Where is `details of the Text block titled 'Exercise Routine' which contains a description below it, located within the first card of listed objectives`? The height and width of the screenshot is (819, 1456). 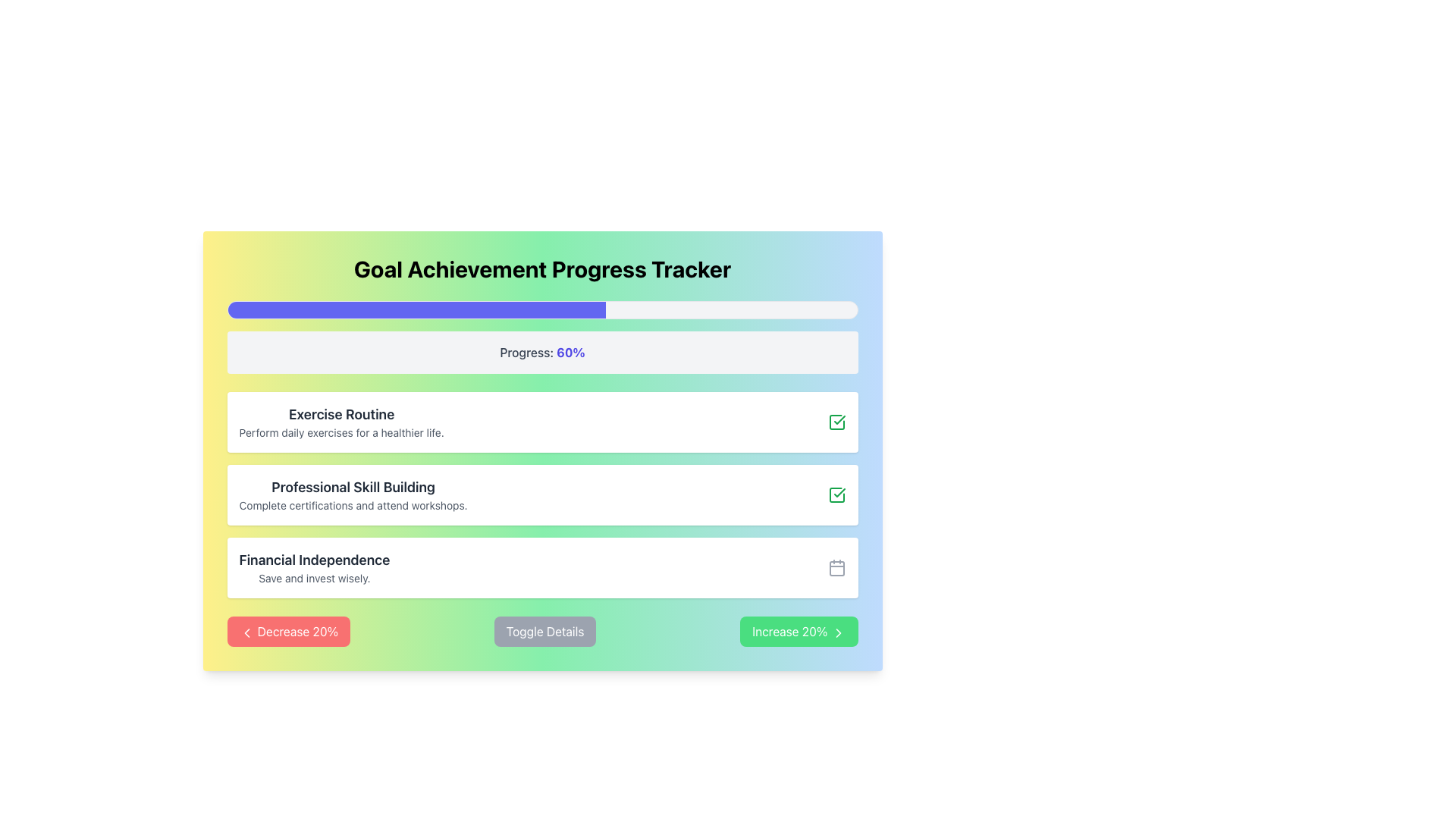
details of the Text block titled 'Exercise Routine' which contains a description below it, located within the first card of listed objectives is located at coordinates (340, 422).